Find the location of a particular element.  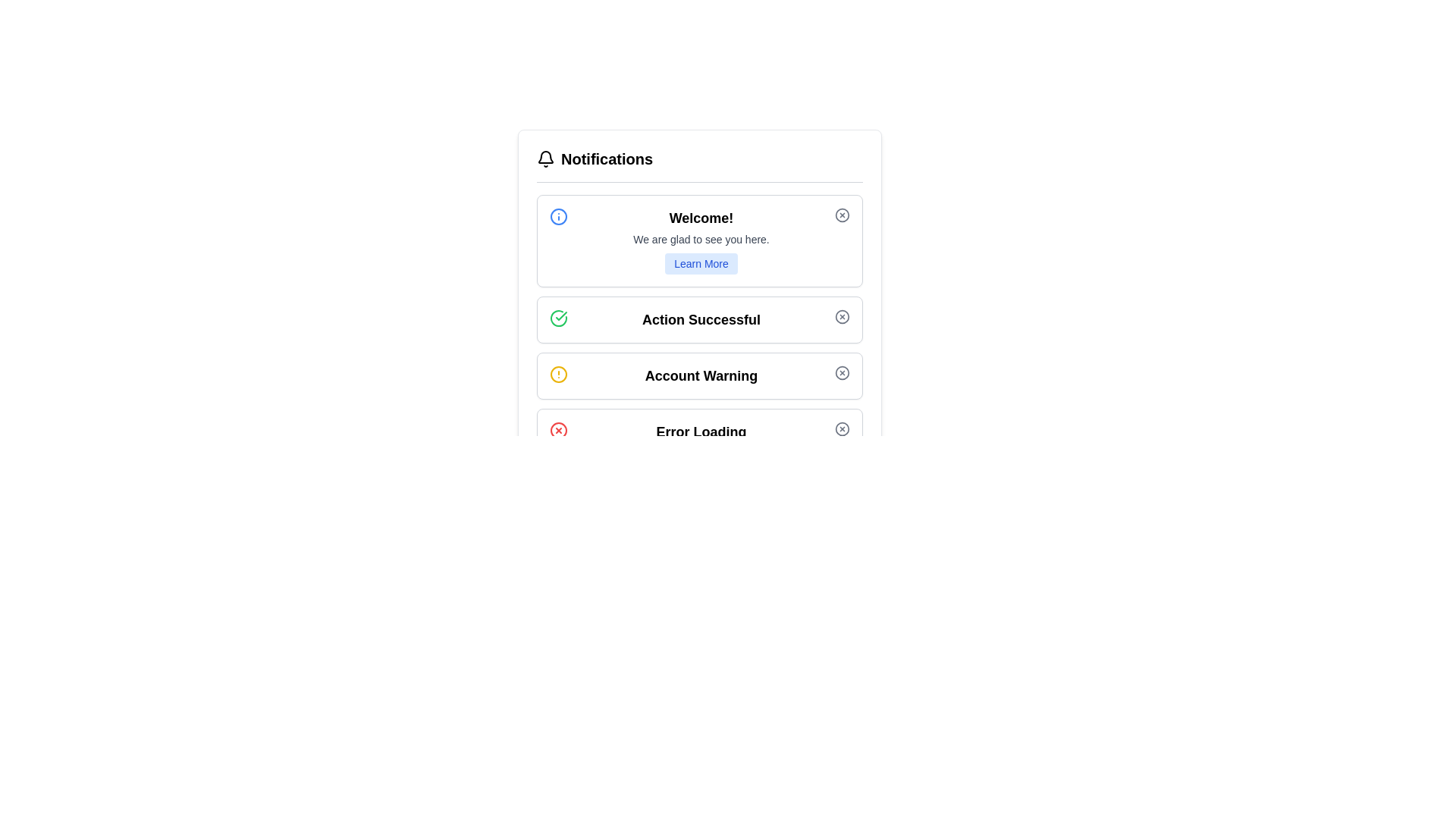

the dismiss button associated with the 'Error Loading' notification, which is the fourth and last item in the list of notifications, positioned to the right of the notification text is located at coordinates (841, 429).